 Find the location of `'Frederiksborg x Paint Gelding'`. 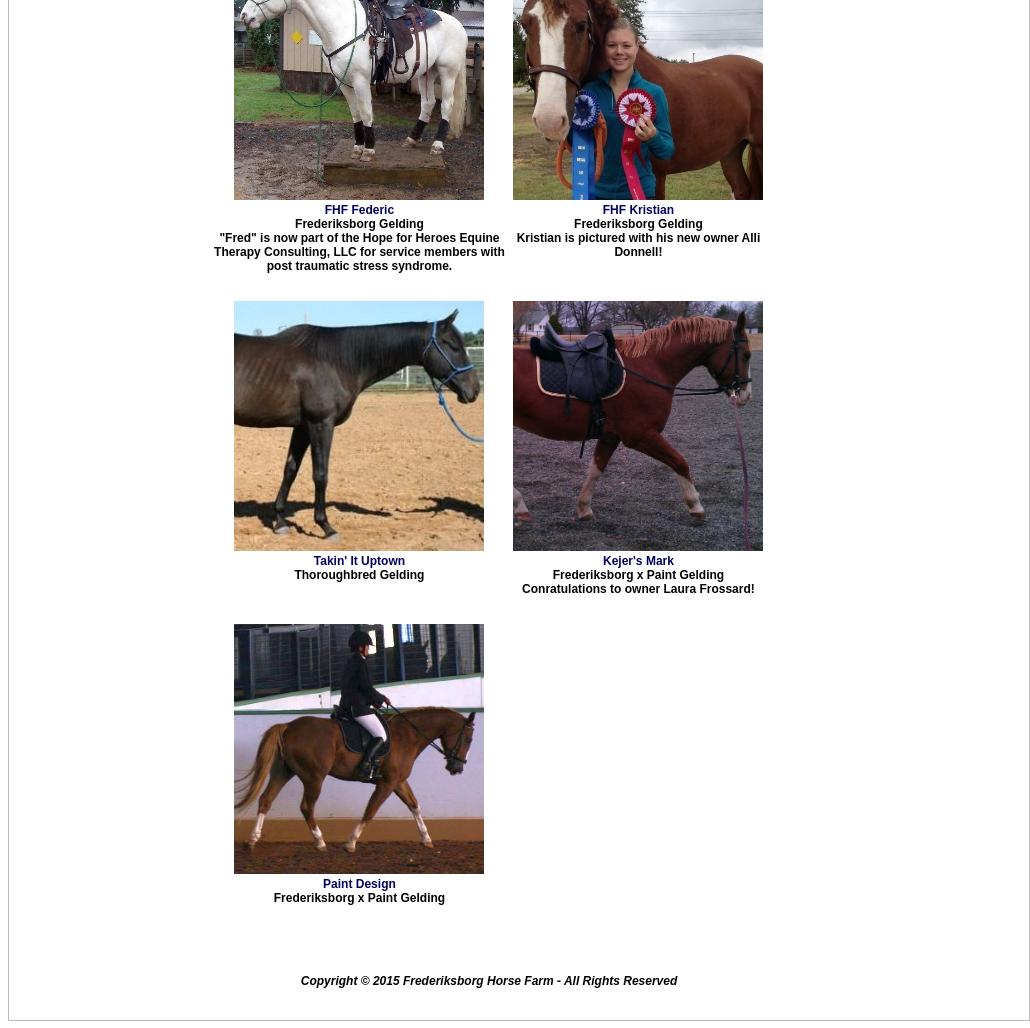

'Frederiksborg x Paint Gelding' is located at coordinates (636, 574).